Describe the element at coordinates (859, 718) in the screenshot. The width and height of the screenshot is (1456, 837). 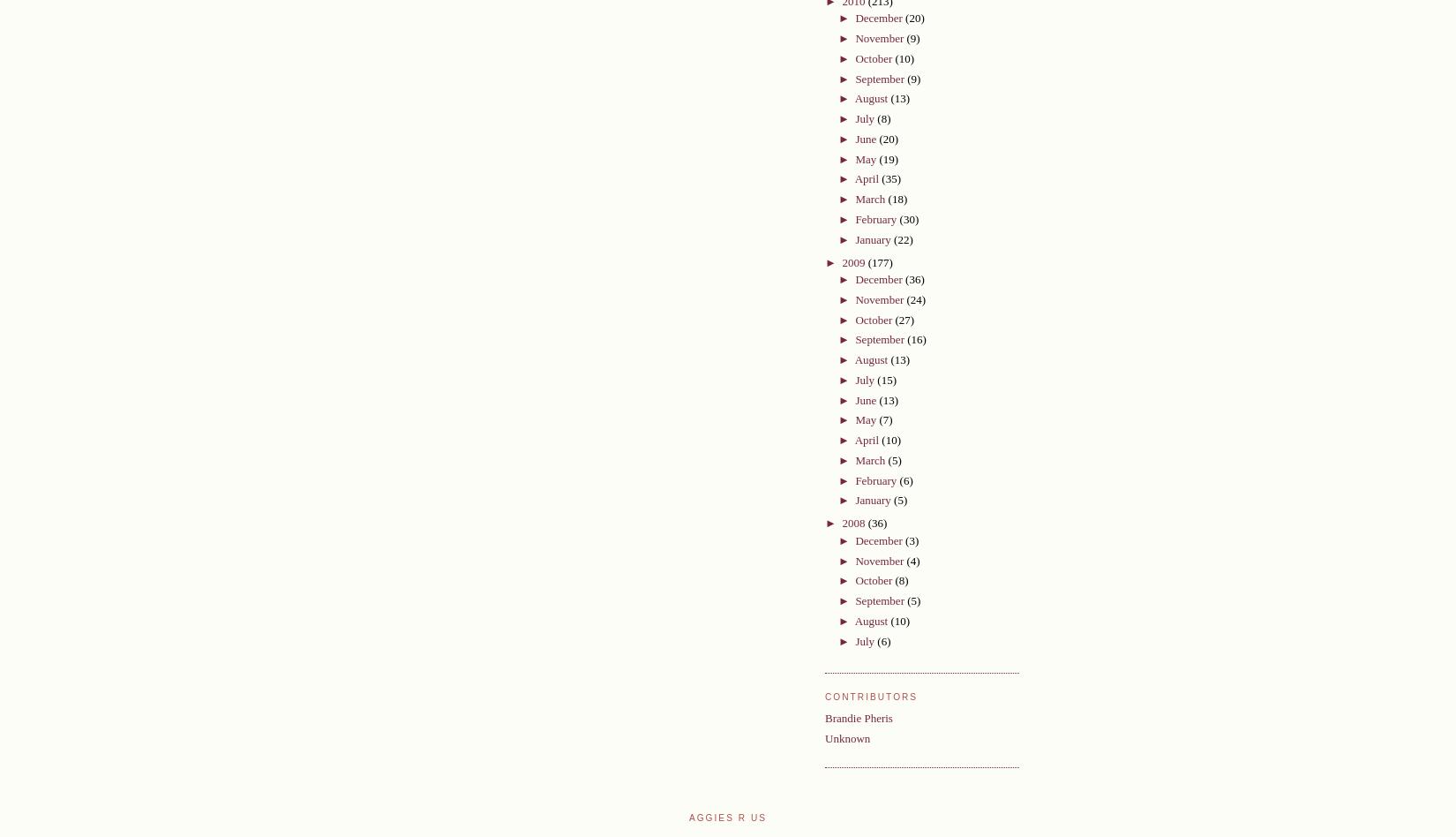
I see `'Brandie Pheris'` at that location.